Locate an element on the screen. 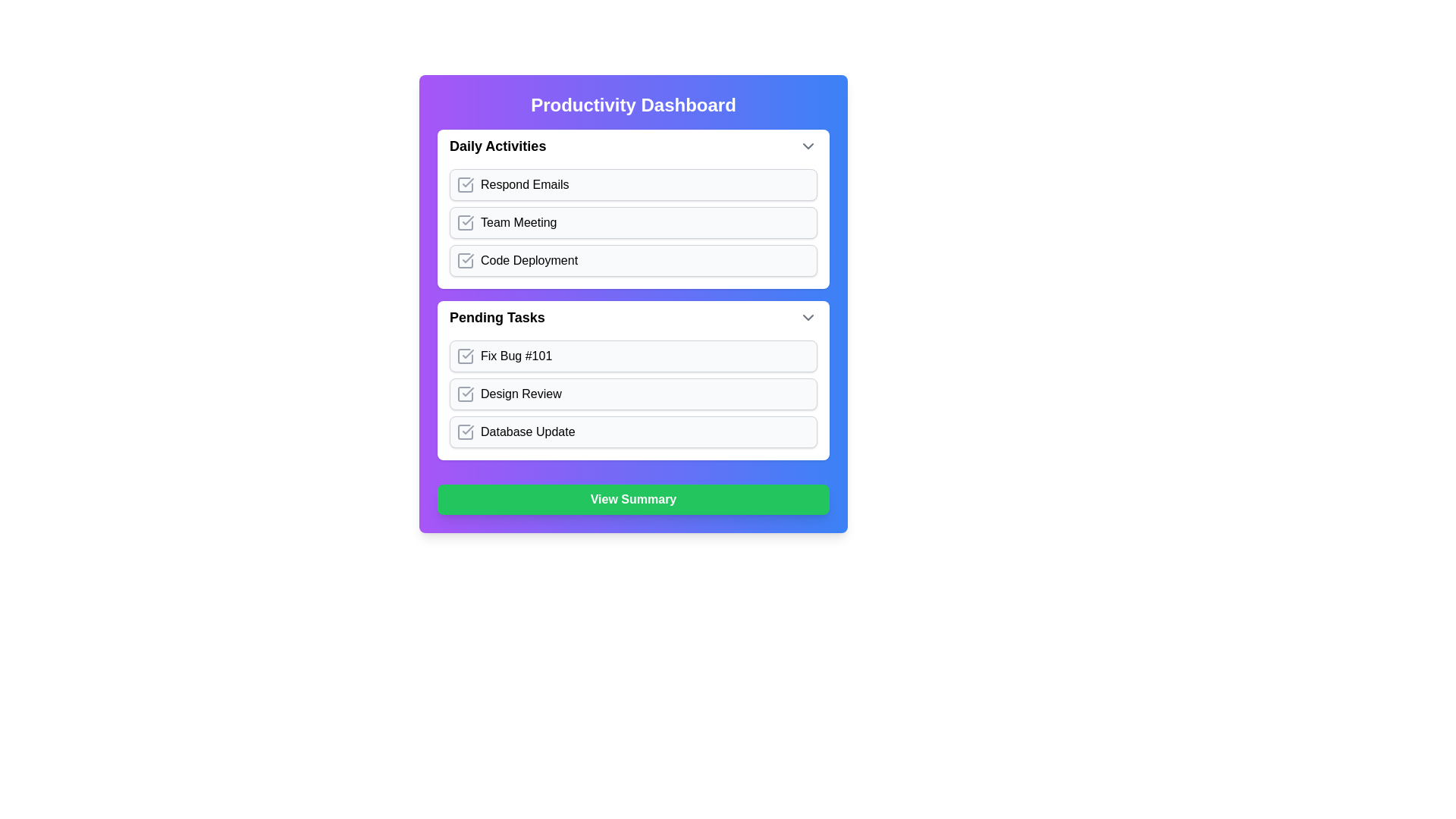 The height and width of the screenshot is (819, 1456). the checkbox outline within the 'Design Review' task item in the 'Pending Tasks' section is located at coordinates (465, 394).